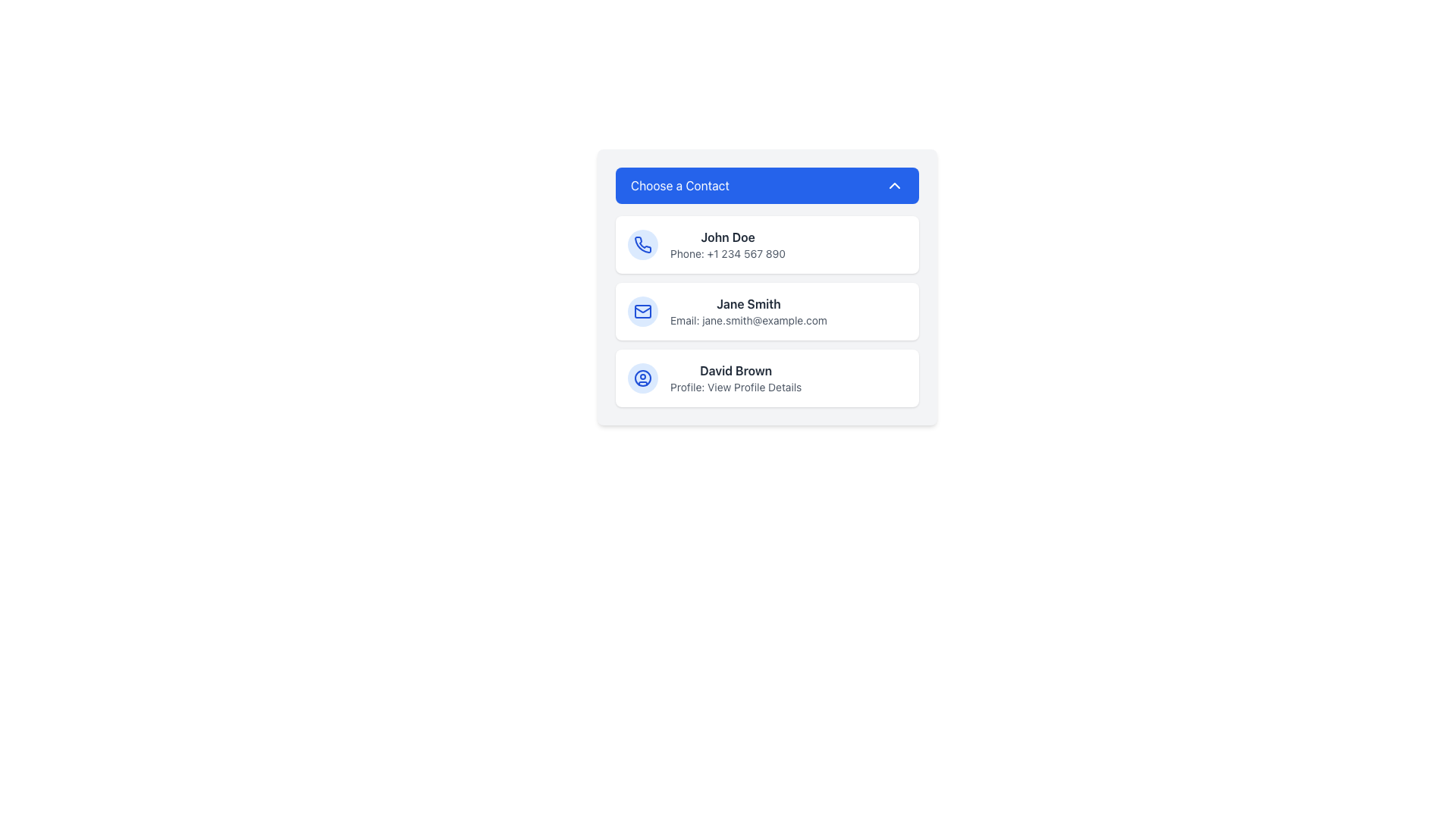  Describe the element at coordinates (728, 253) in the screenshot. I see `the static text label displaying the contact phone number associated with 'John Doe'` at that location.